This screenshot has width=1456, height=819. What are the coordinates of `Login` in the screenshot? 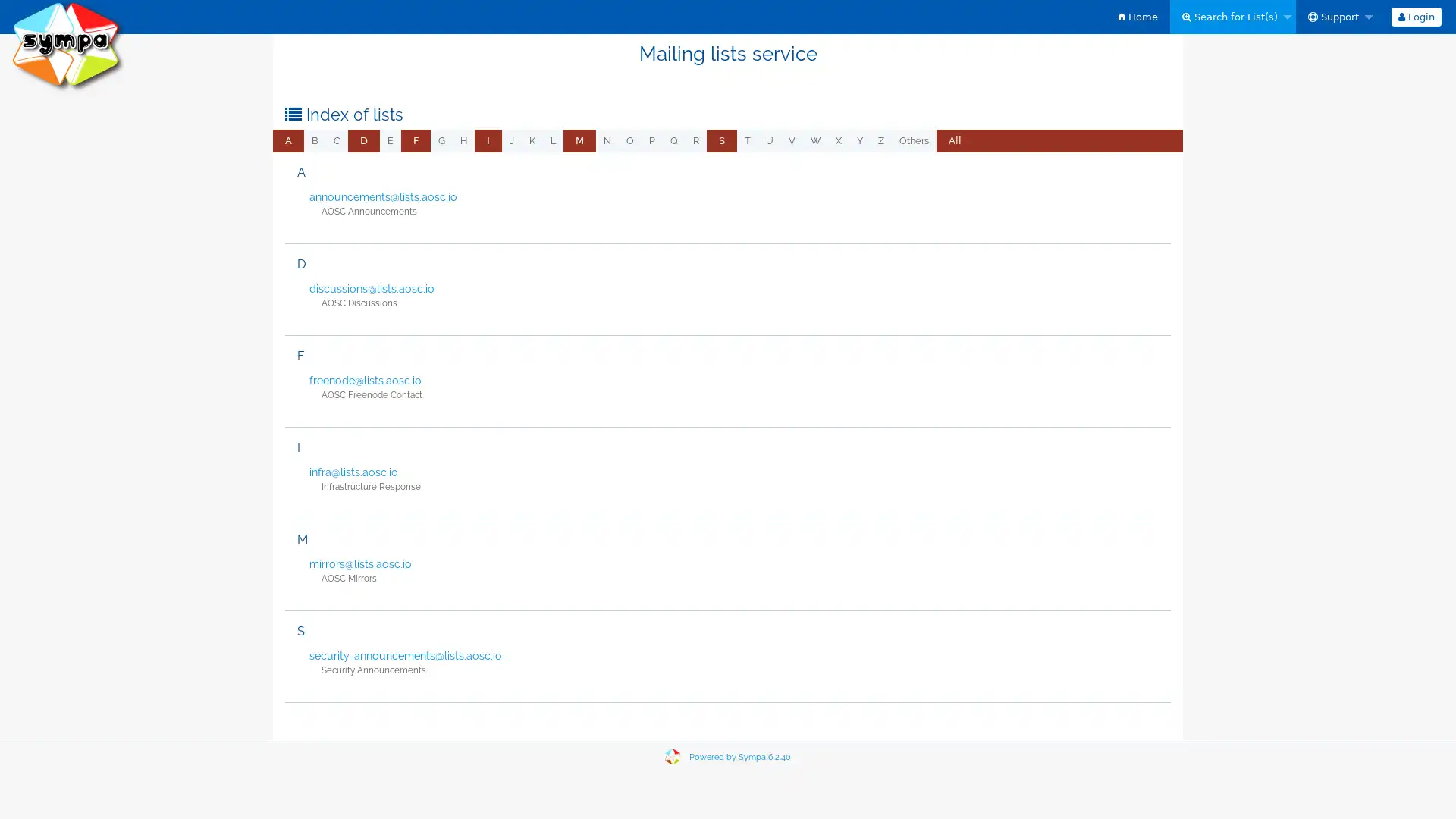 It's located at (1415, 17).